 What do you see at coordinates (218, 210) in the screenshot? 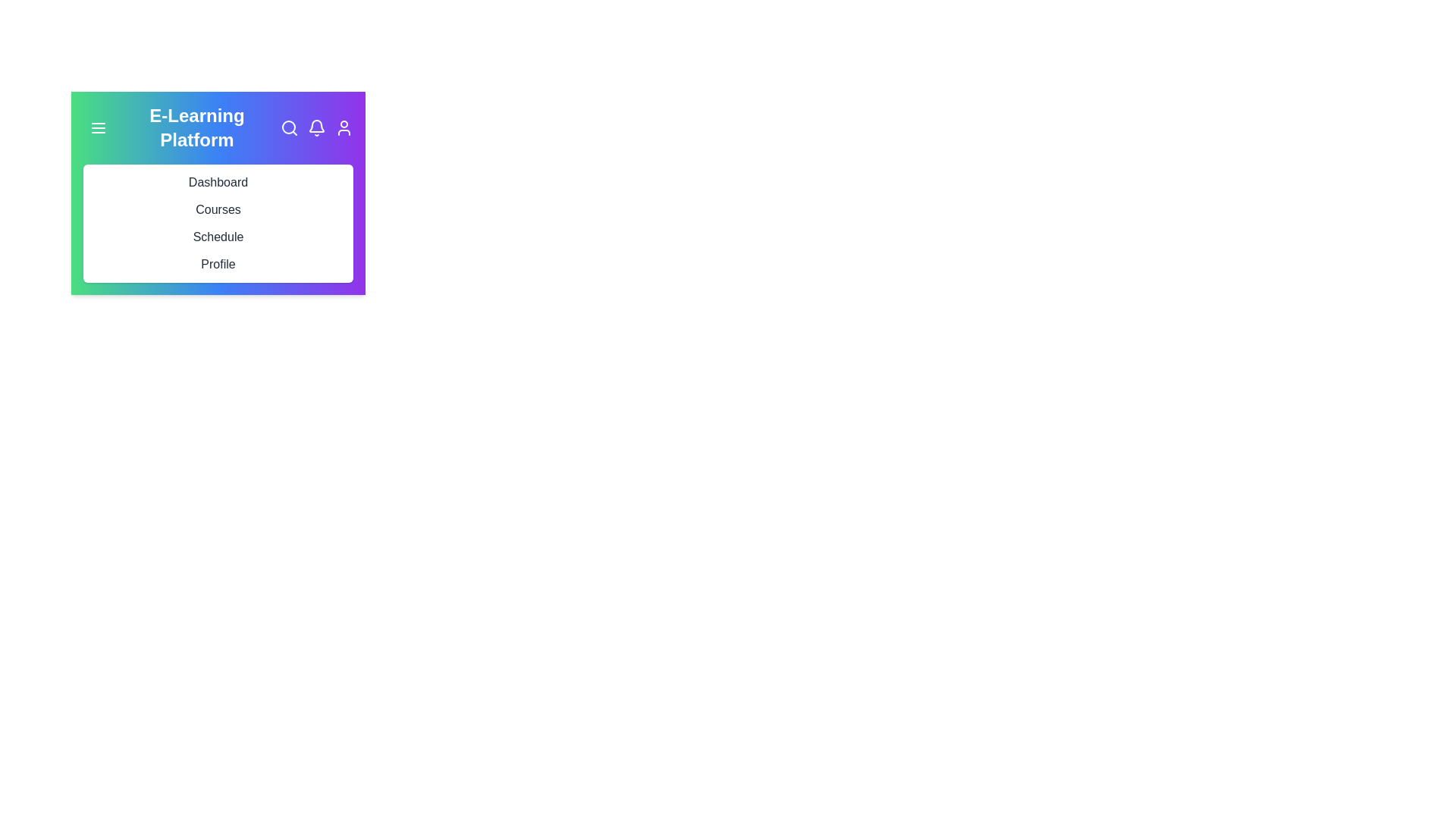
I see `the menu item corresponding to Courses` at bounding box center [218, 210].